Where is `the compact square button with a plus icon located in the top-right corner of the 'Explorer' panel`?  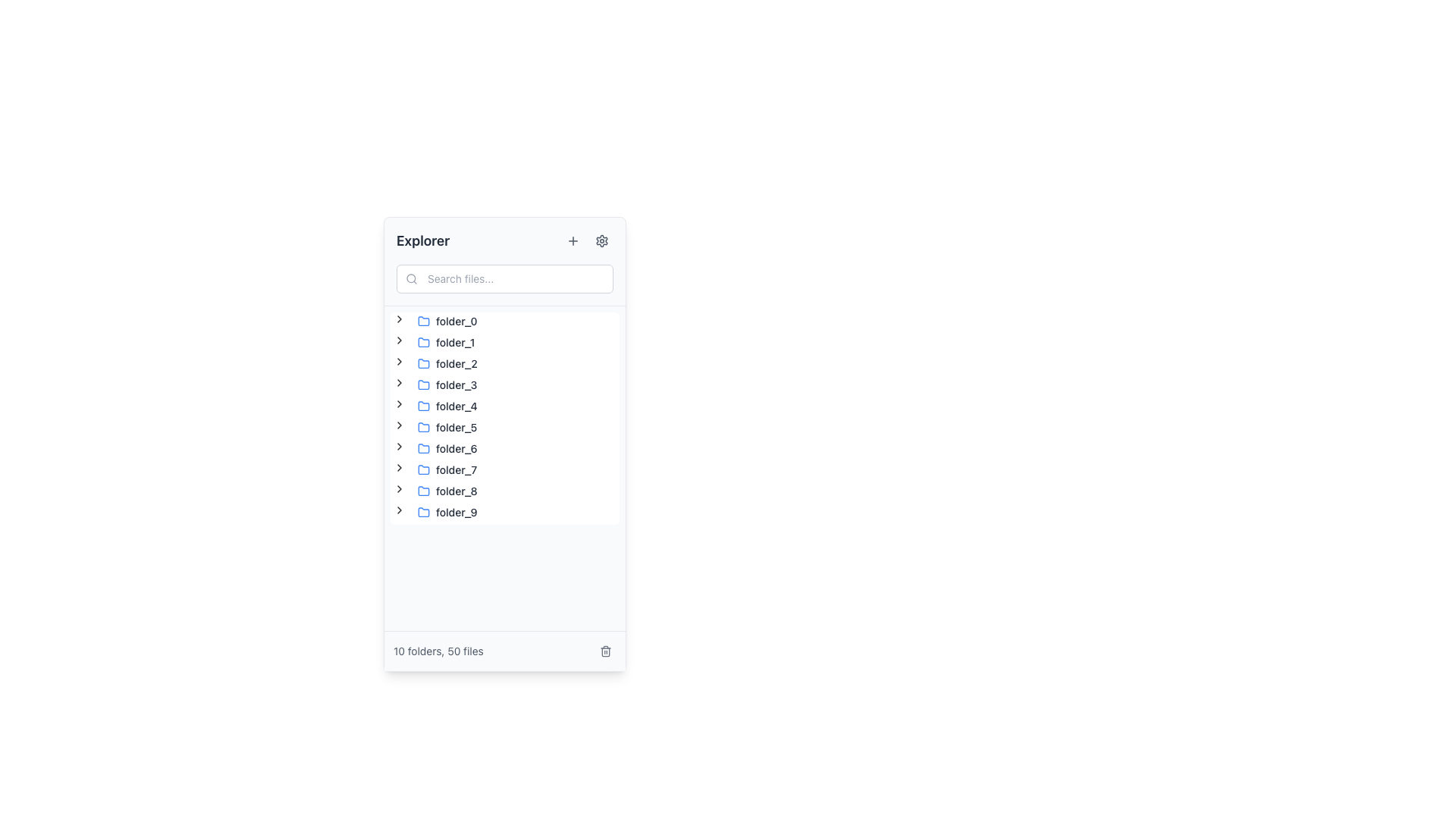 the compact square button with a plus icon located in the top-right corner of the 'Explorer' panel is located at coordinates (572, 240).